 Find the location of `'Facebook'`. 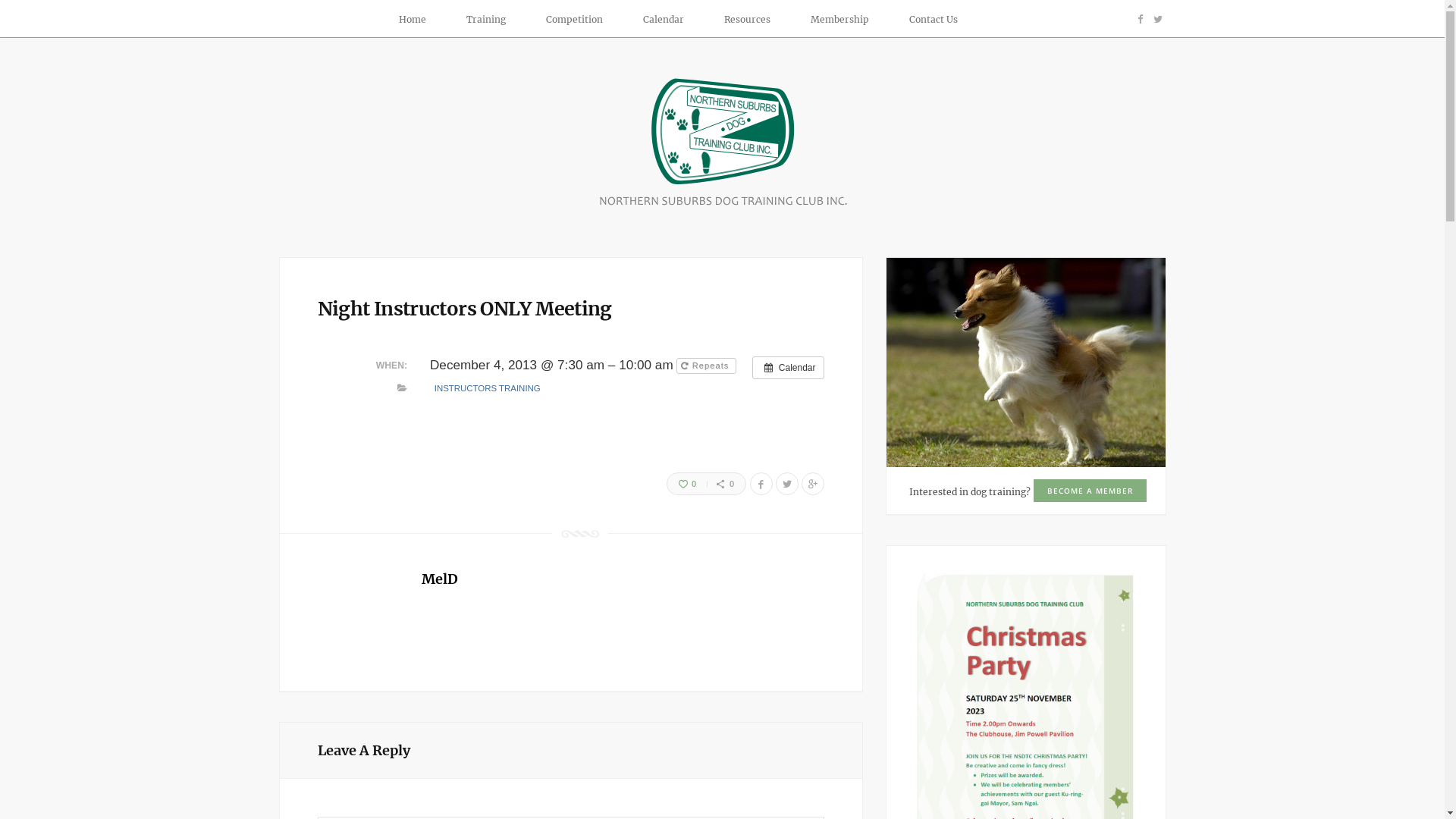

'Facebook' is located at coordinates (1139, 18).